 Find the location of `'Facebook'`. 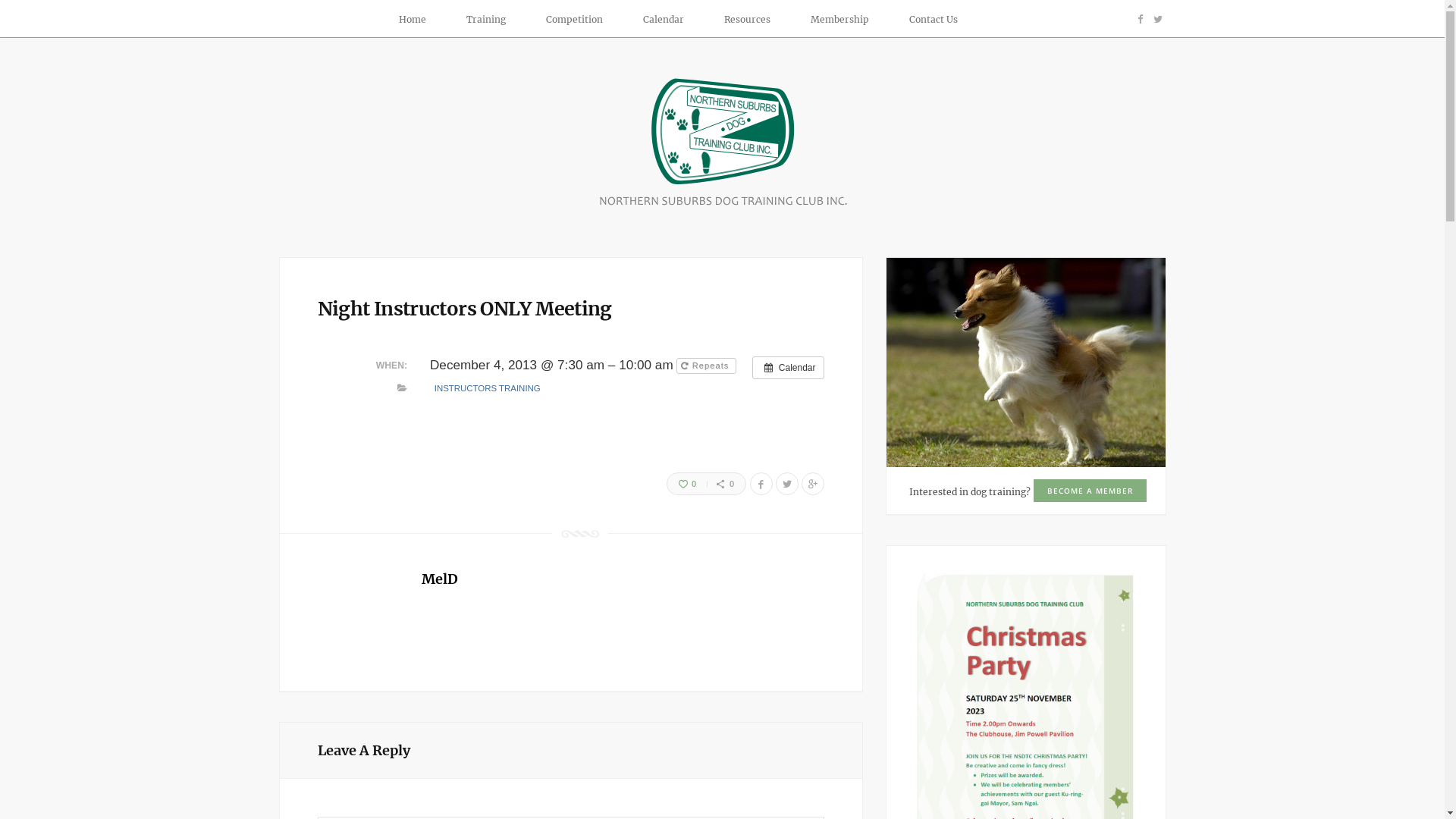

'Facebook' is located at coordinates (1139, 18).